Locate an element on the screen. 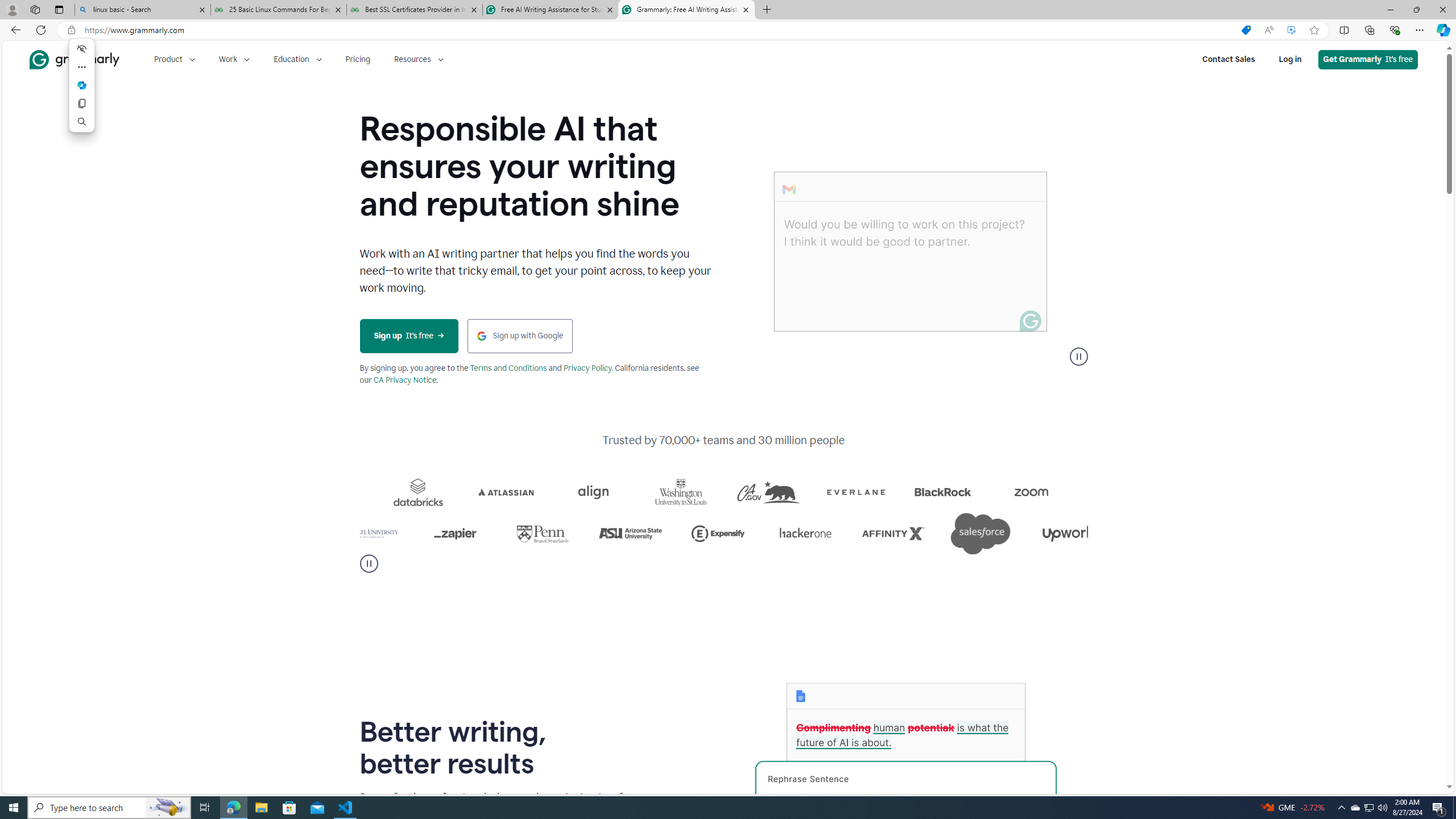 This screenshot has width=1456, height=819. 'Product' is located at coordinates (174, 59).